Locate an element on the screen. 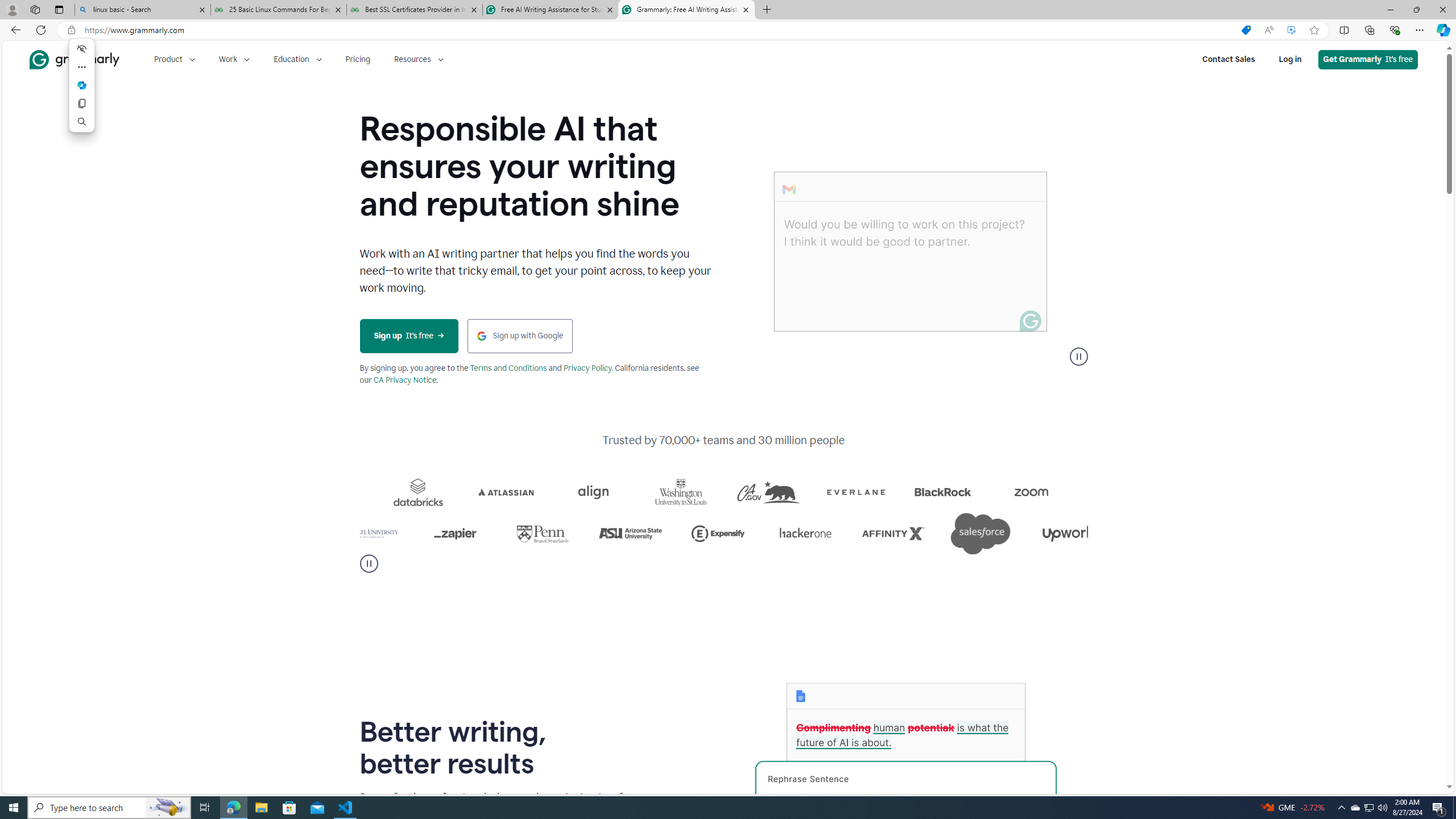 This screenshot has width=1456, height=819. 'Product' is located at coordinates (174, 59).